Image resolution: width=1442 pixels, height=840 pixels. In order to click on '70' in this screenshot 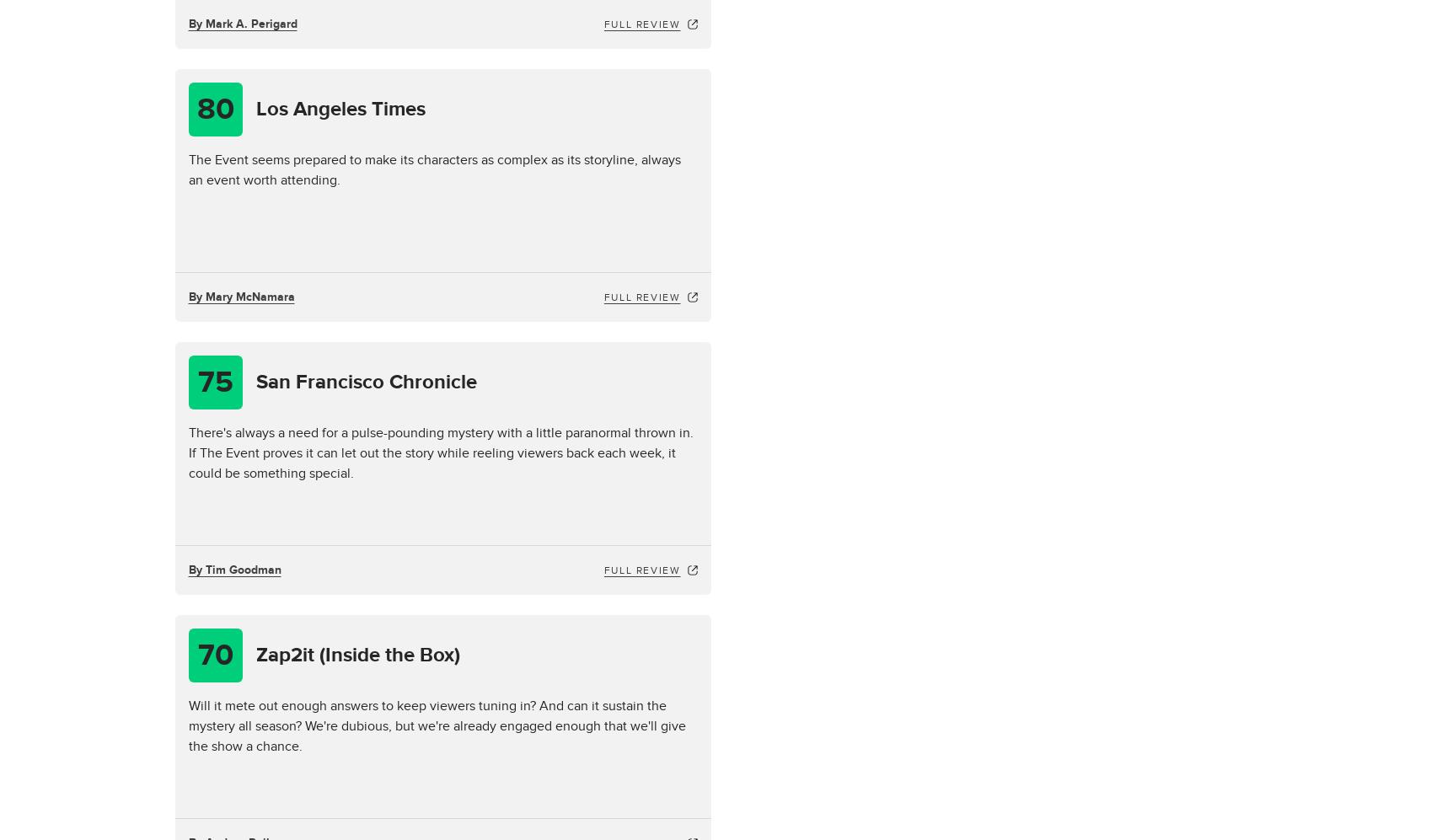, I will do `click(213, 654)`.